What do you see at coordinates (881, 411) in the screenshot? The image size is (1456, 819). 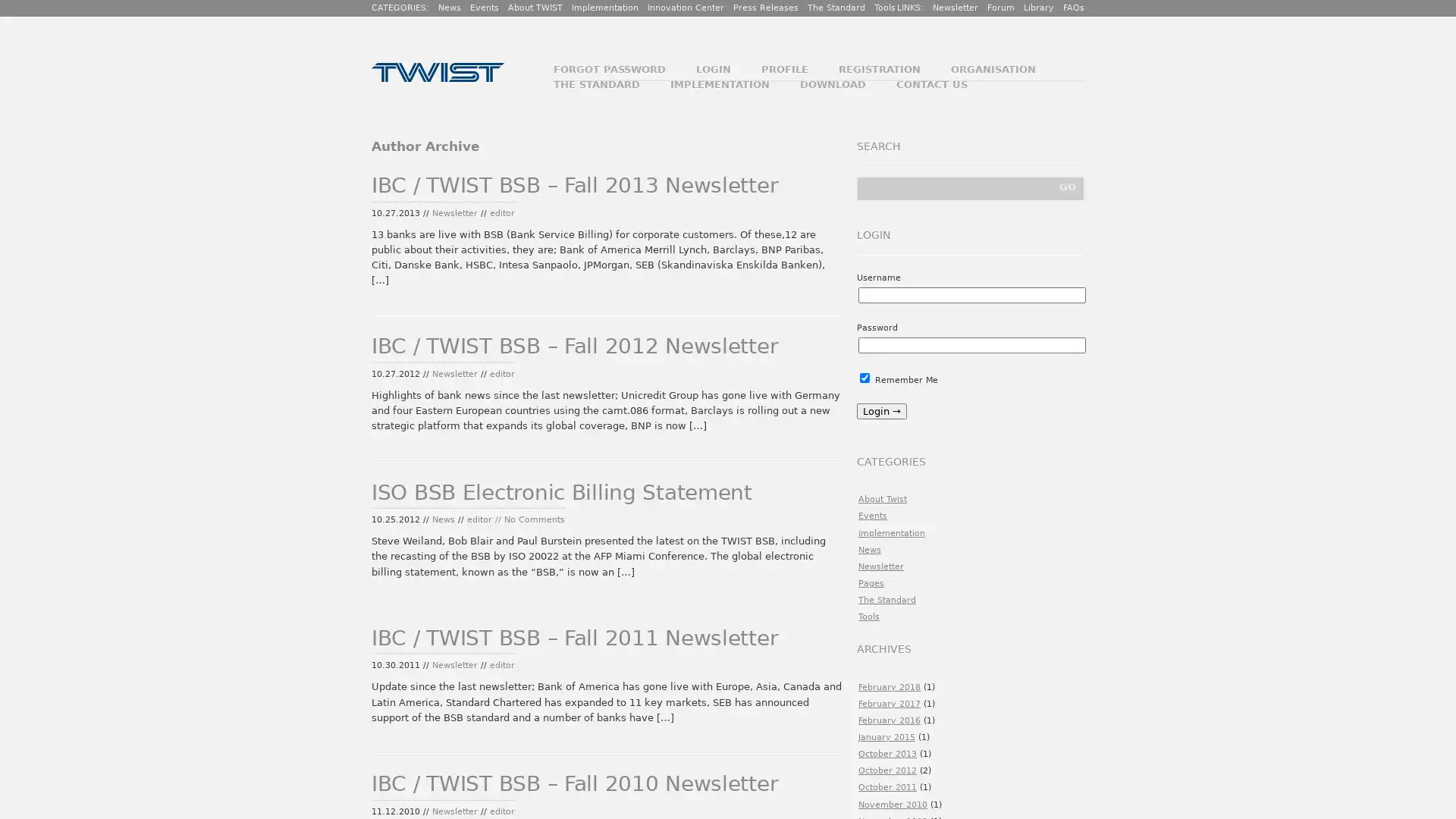 I see `Login` at bounding box center [881, 411].